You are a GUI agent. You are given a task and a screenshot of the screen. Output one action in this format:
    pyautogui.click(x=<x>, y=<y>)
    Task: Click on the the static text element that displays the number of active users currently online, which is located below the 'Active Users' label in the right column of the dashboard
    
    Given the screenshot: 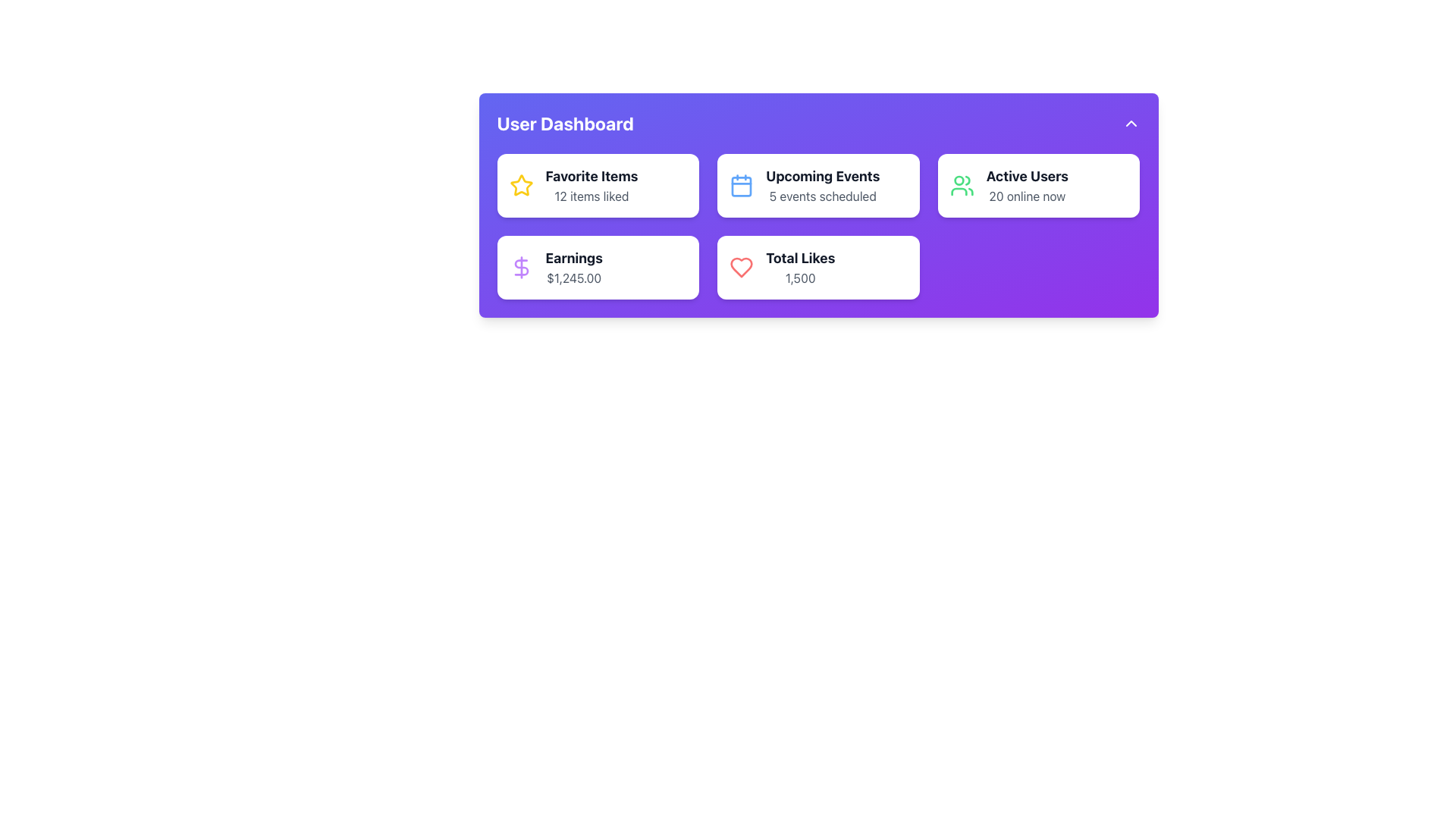 What is the action you would take?
    pyautogui.click(x=1027, y=195)
    